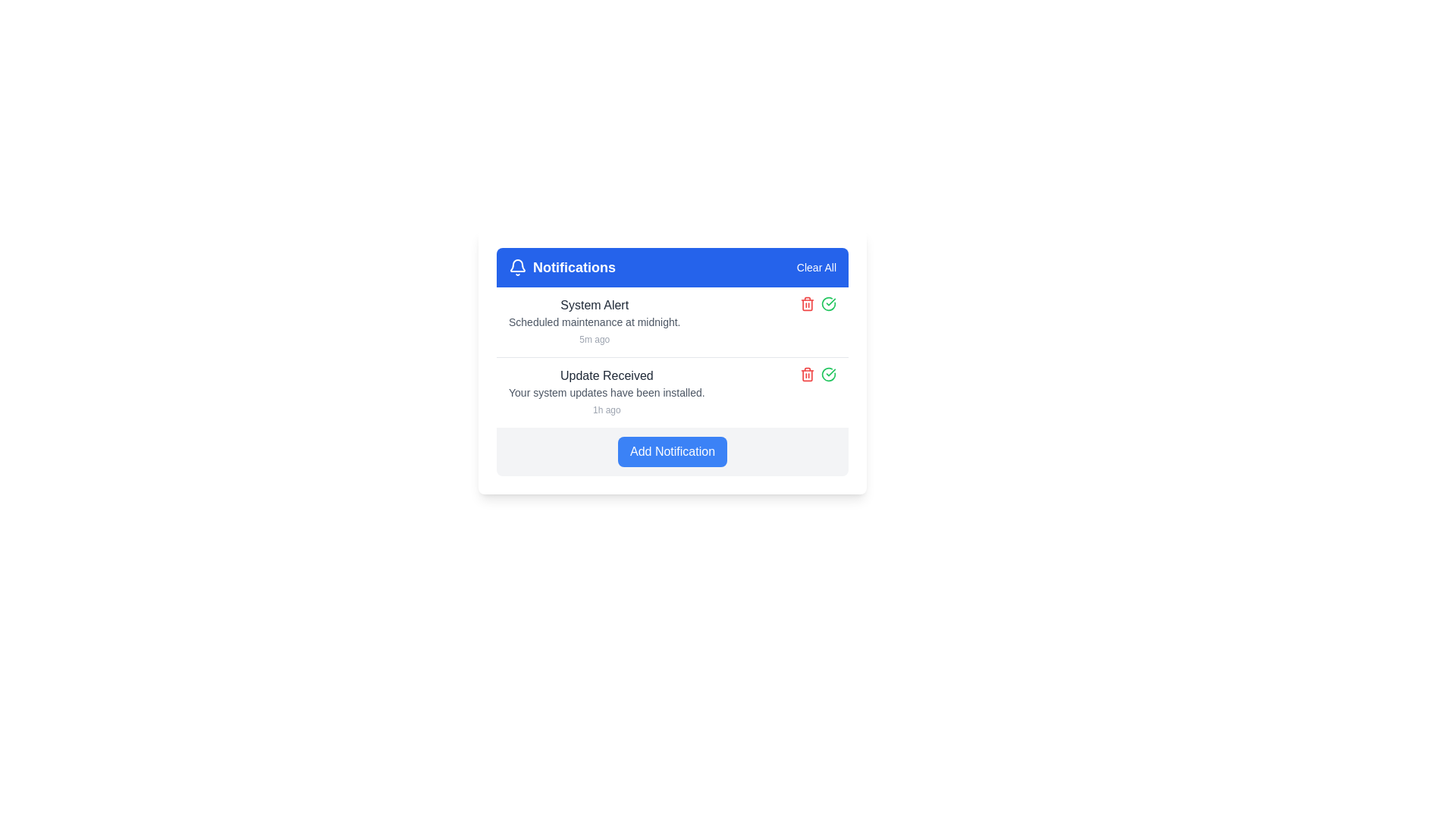  Describe the element at coordinates (594, 338) in the screenshot. I see `the Small text display that shows the timestamp indicating the time elapsed since the notification occurred, located within the 'System Alert' notification card and positioned below the alert description text 'Scheduled maintenance at midnight.'` at that location.